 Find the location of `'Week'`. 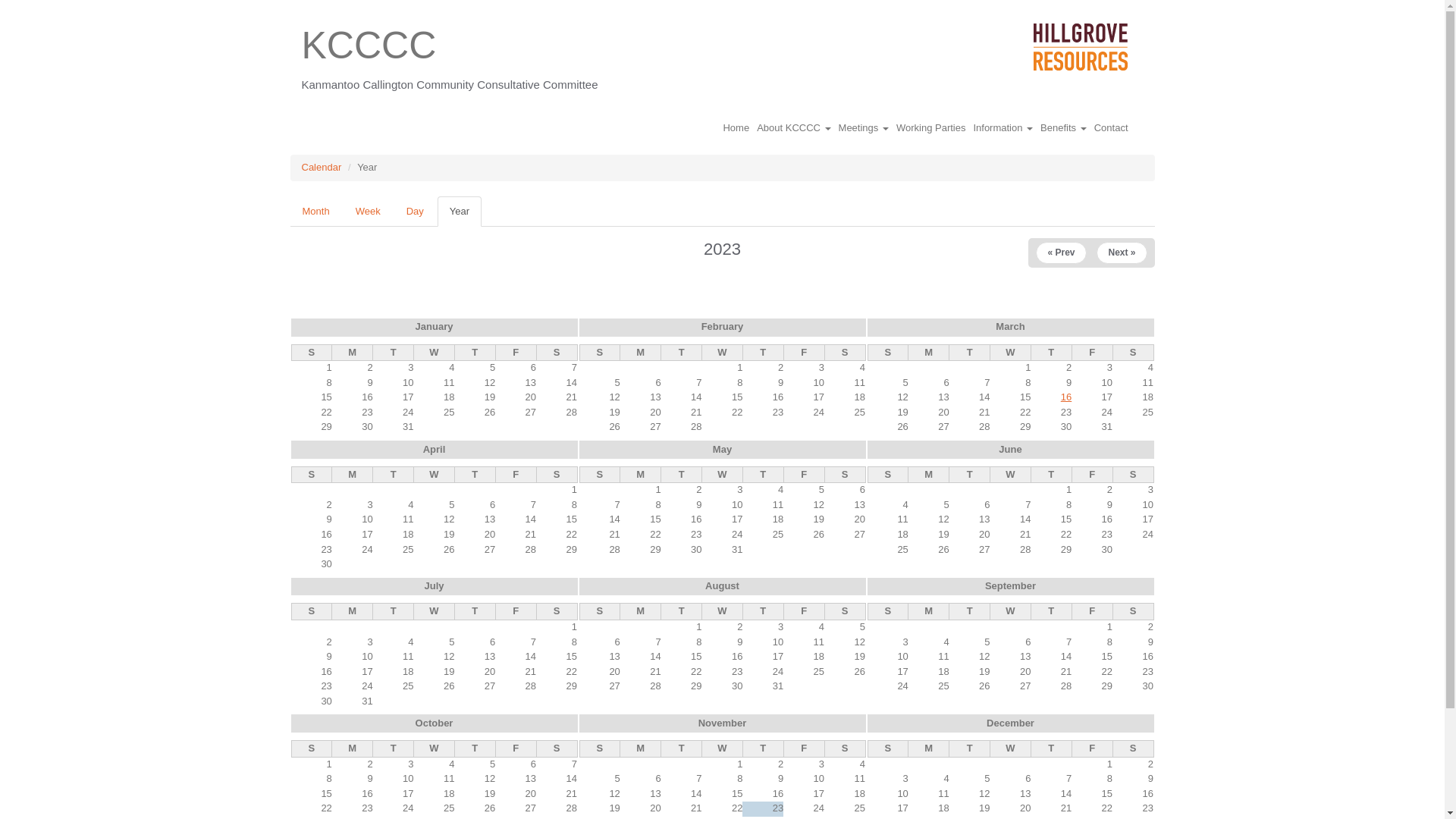

'Week' is located at coordinates (368, 212).